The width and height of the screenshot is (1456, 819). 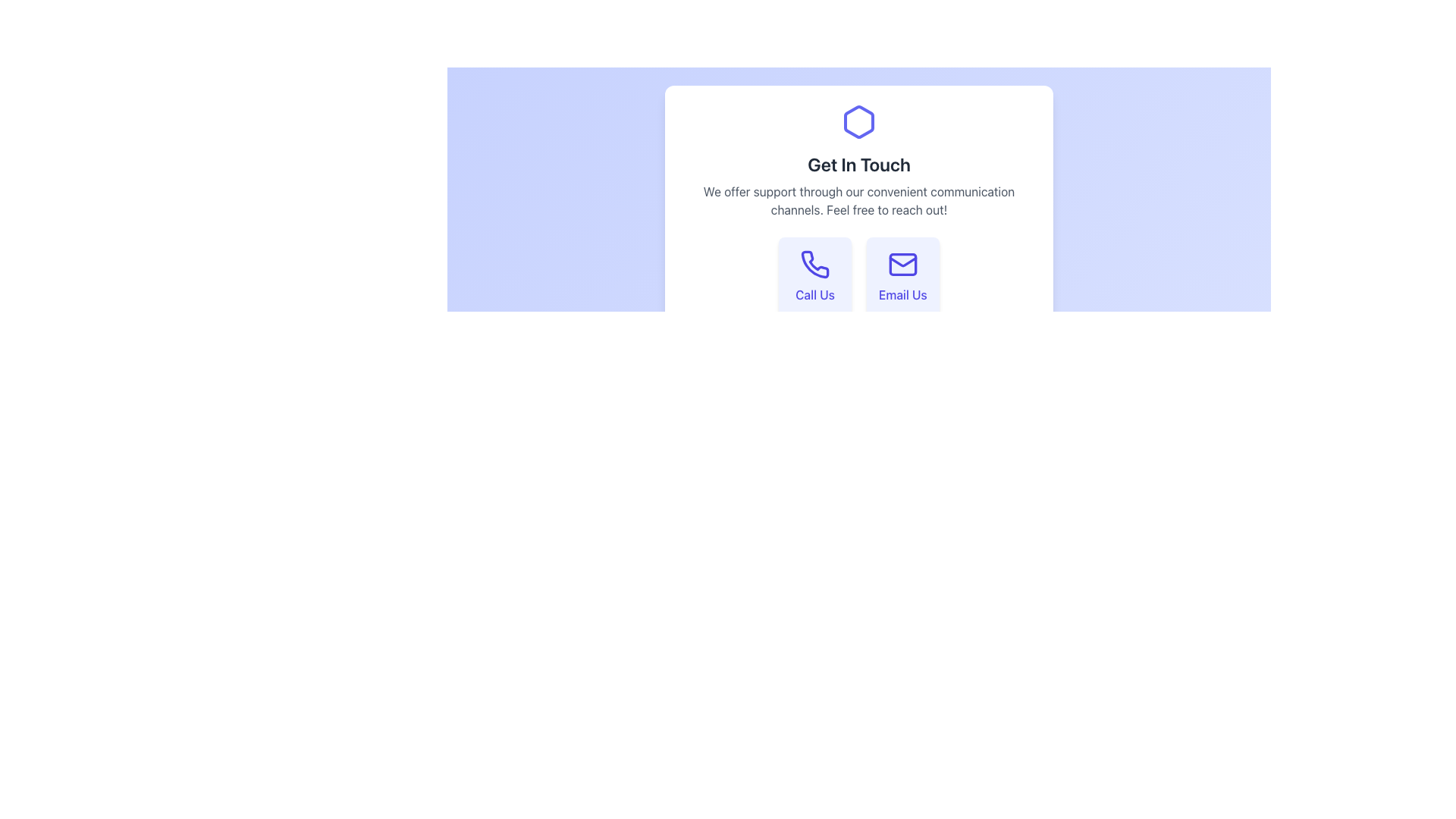 I want to click on the phone call icon located centrally within the contact options section, which is visually represented to initiate a phone call to the organization, so click(x=814, y=263).